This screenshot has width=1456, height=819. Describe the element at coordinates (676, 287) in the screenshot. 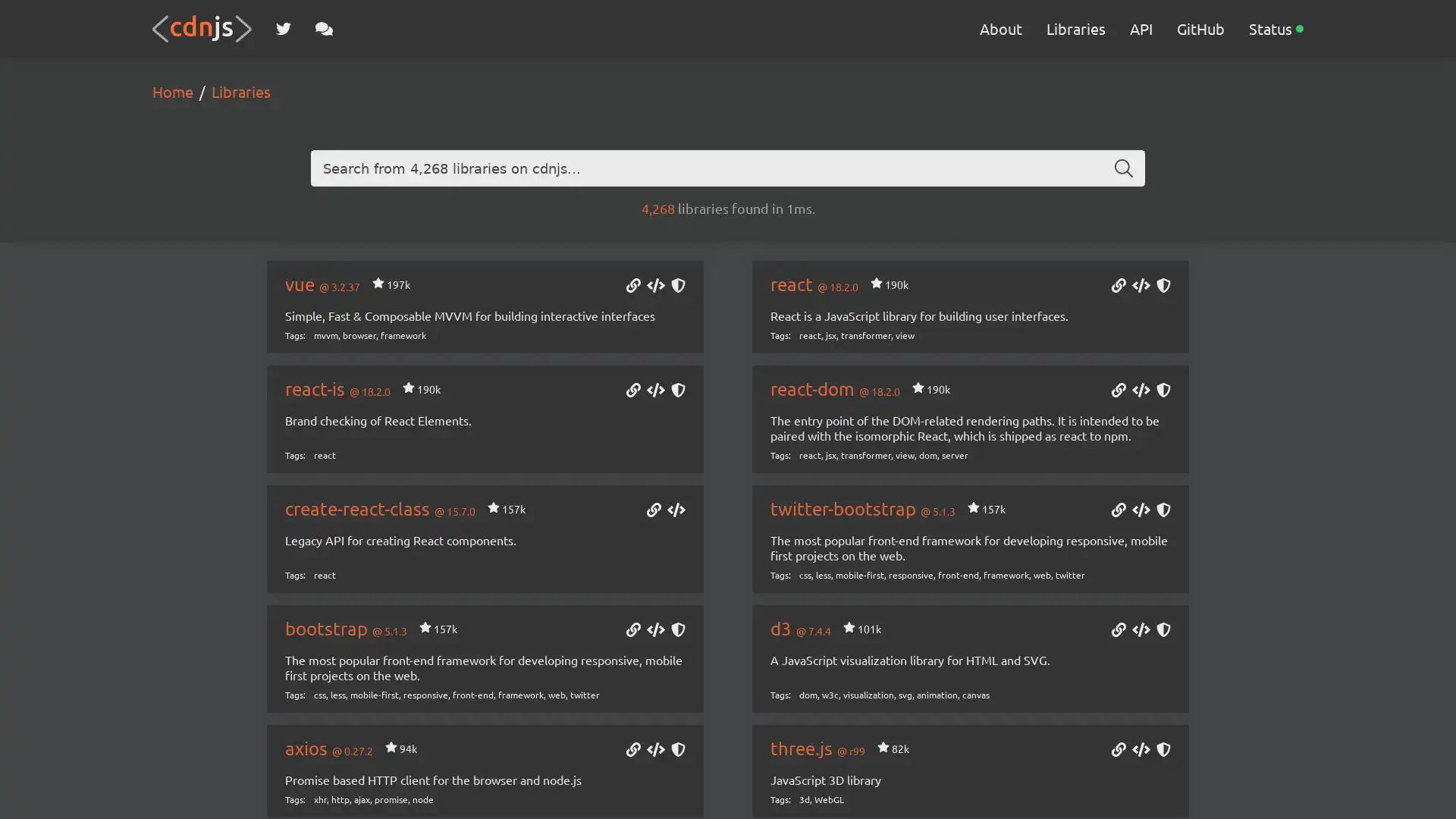

I see `Copy SRI Hash` at that location.